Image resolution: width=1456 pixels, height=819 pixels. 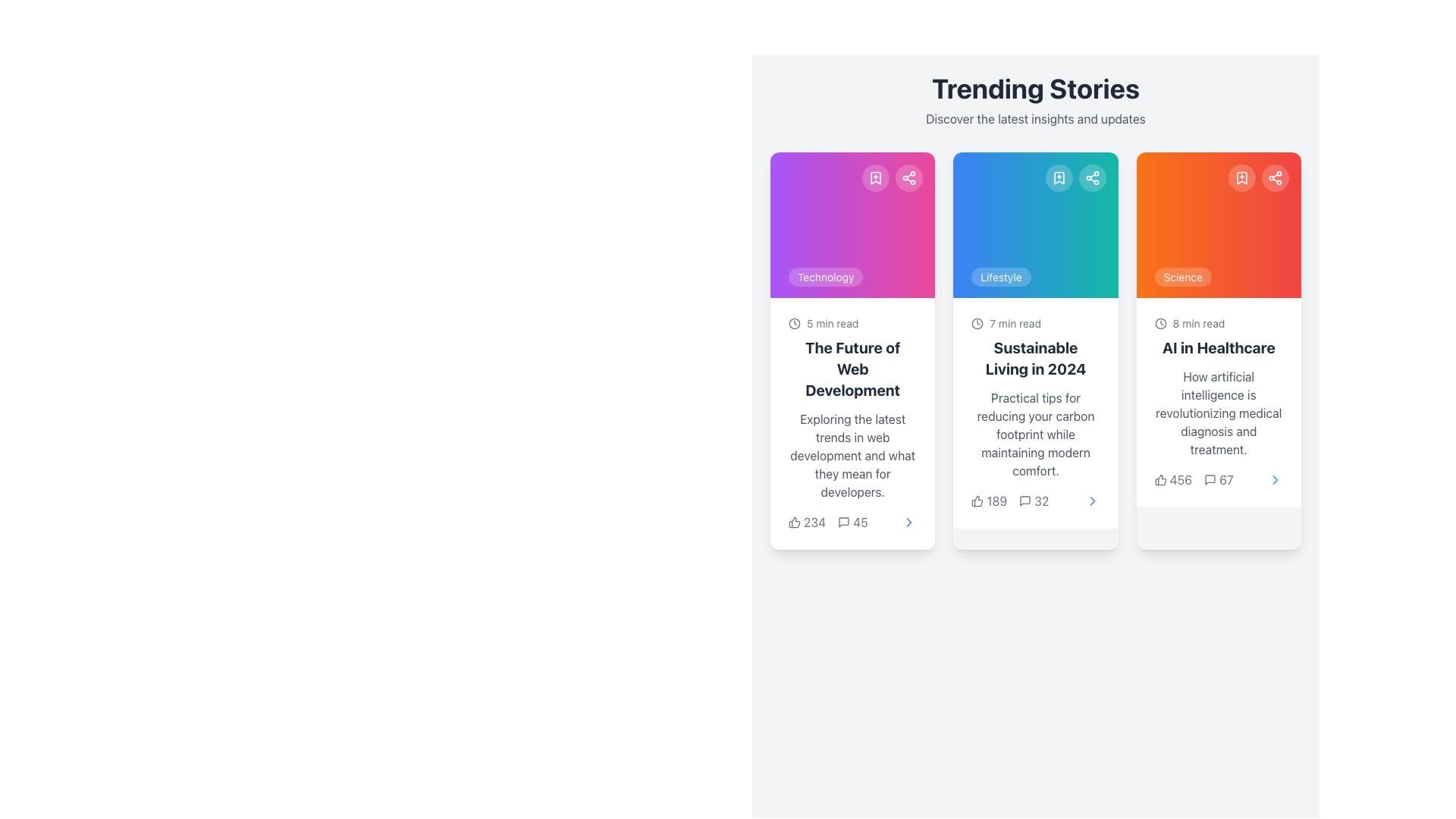 I want to click on the UI label with the comment icon and text '67', which is located in the lower section of the rightmost card under the text '456', so click(x=1219, y=479).